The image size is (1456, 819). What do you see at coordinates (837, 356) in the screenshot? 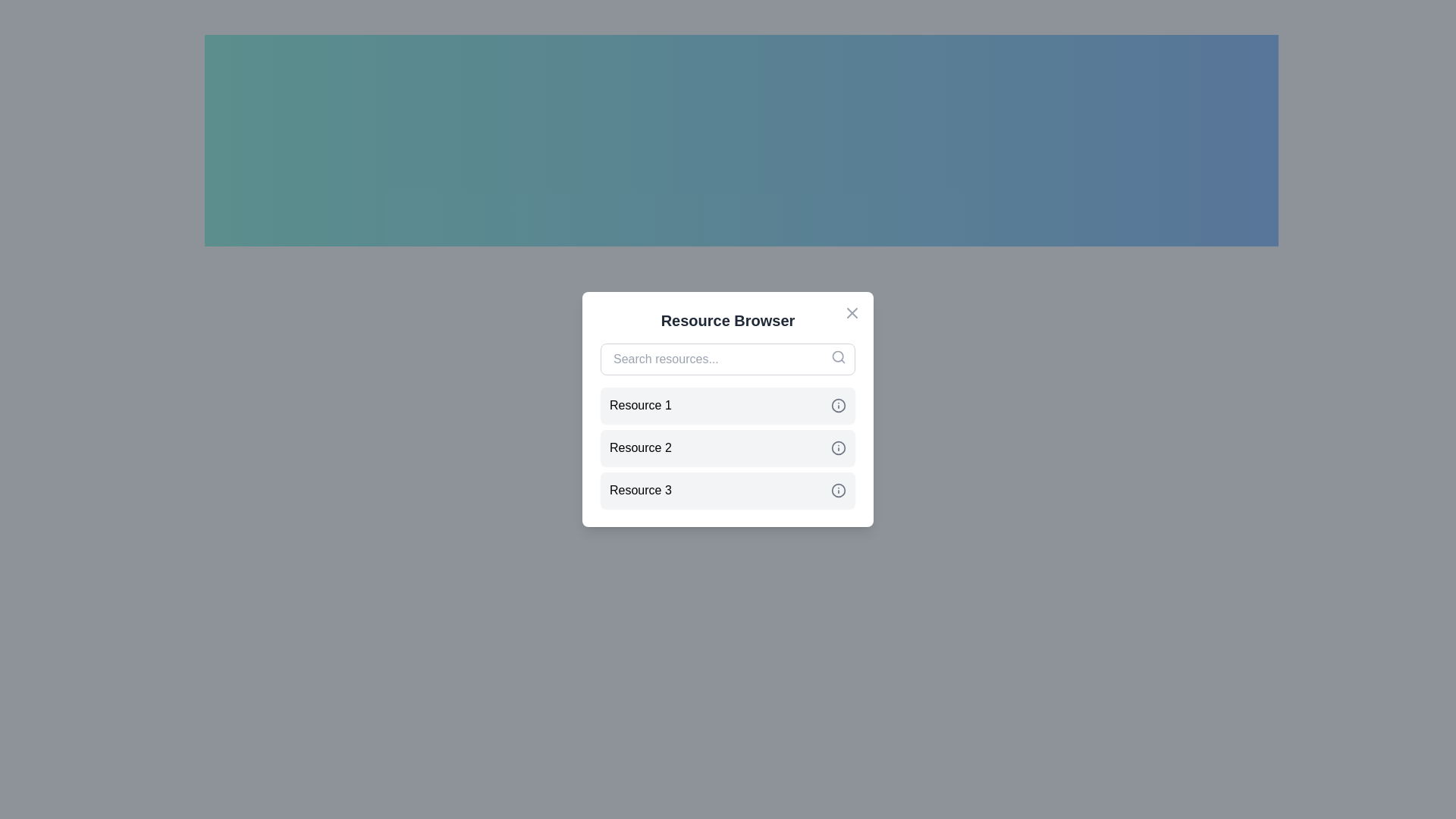
I see `the Icon Button (Magnifying Glass) located to the right of the 'Search resources...' text input field` at bounding box center [837, 356].